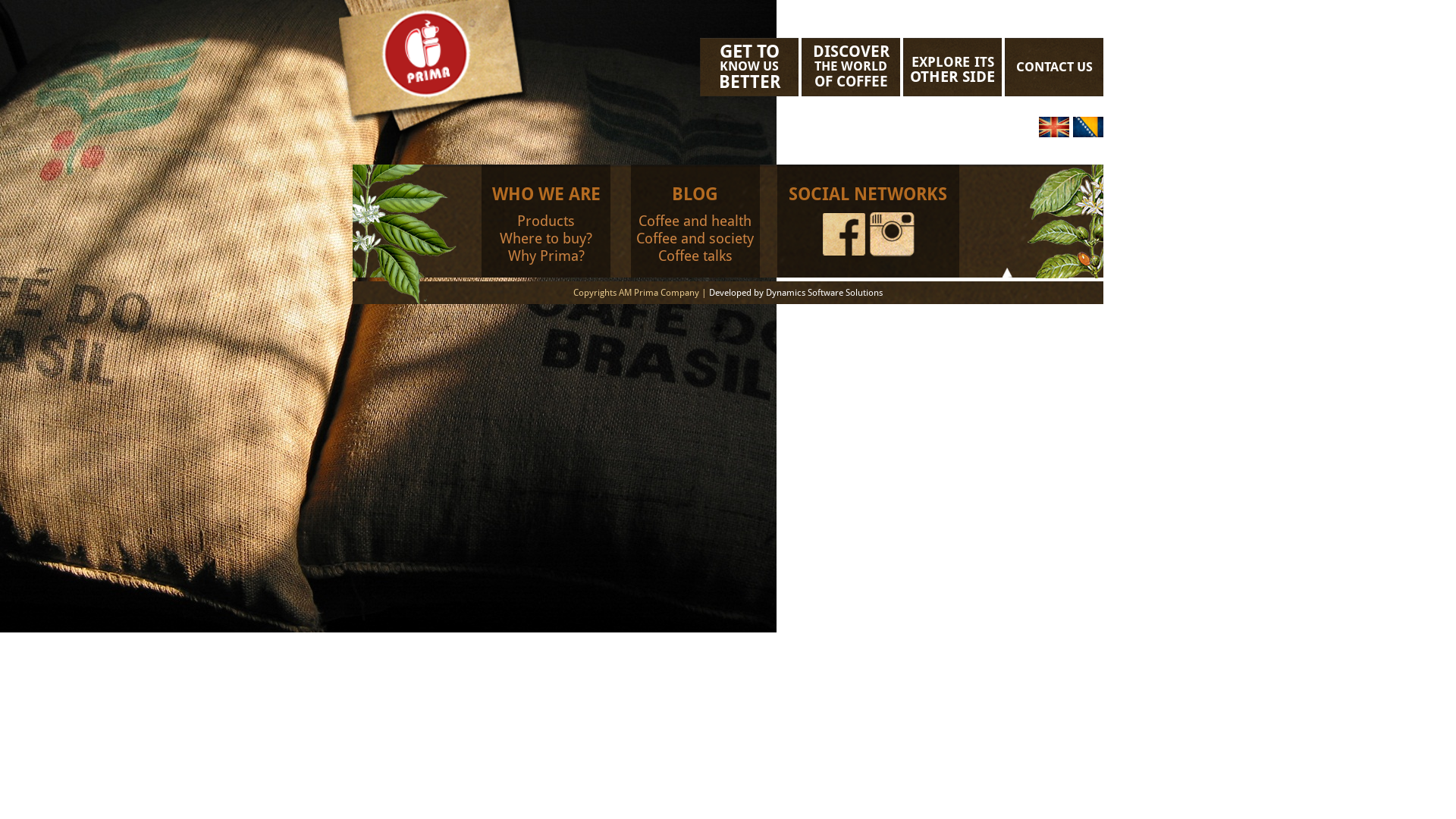 The image size is (1456, 819). I want to click on 'Developed by Dynamics Software Solutions', so click(708, 292).